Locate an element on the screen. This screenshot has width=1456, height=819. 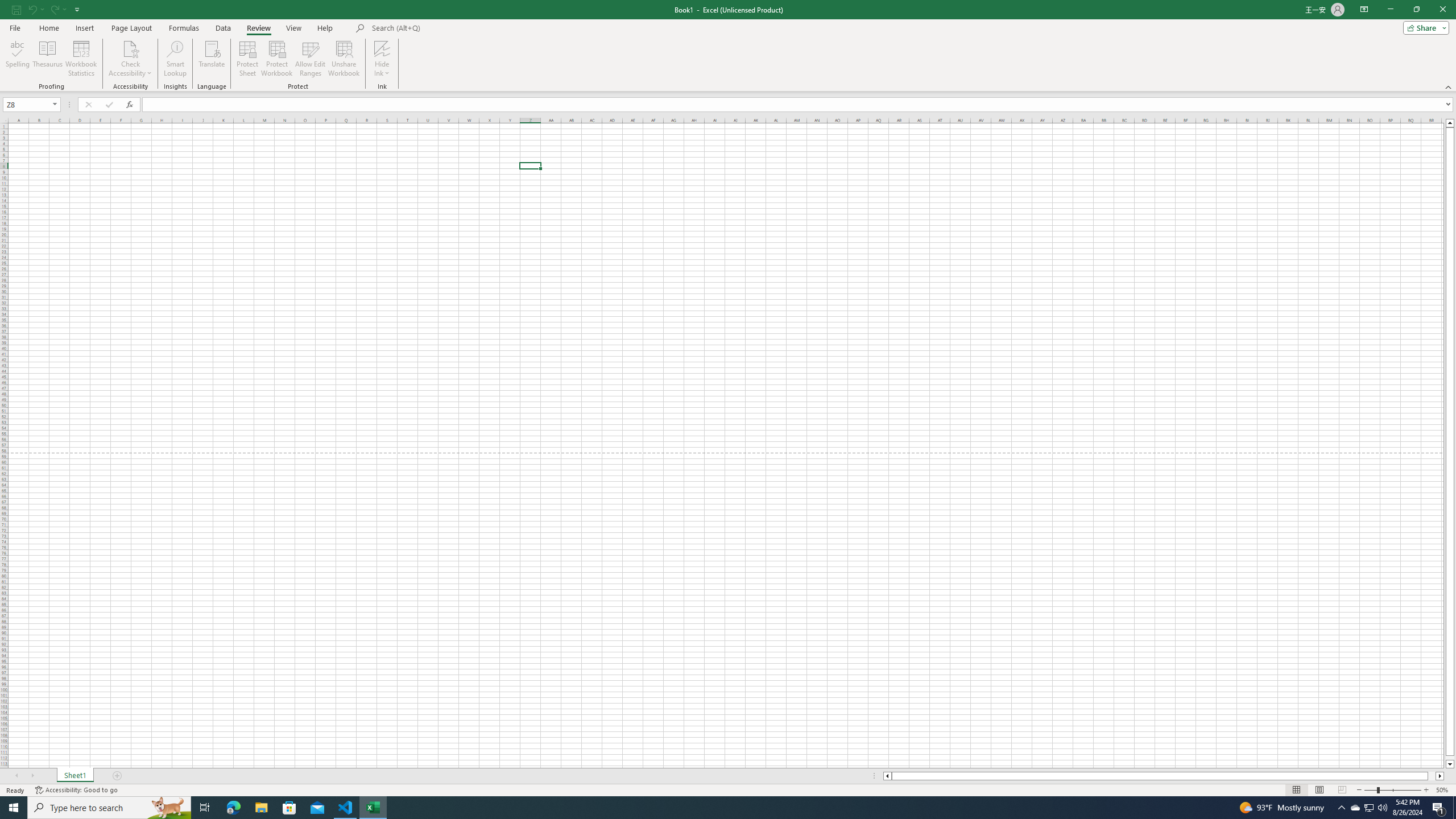
'Workbook Statistics' is located at coordinates (81, 59).